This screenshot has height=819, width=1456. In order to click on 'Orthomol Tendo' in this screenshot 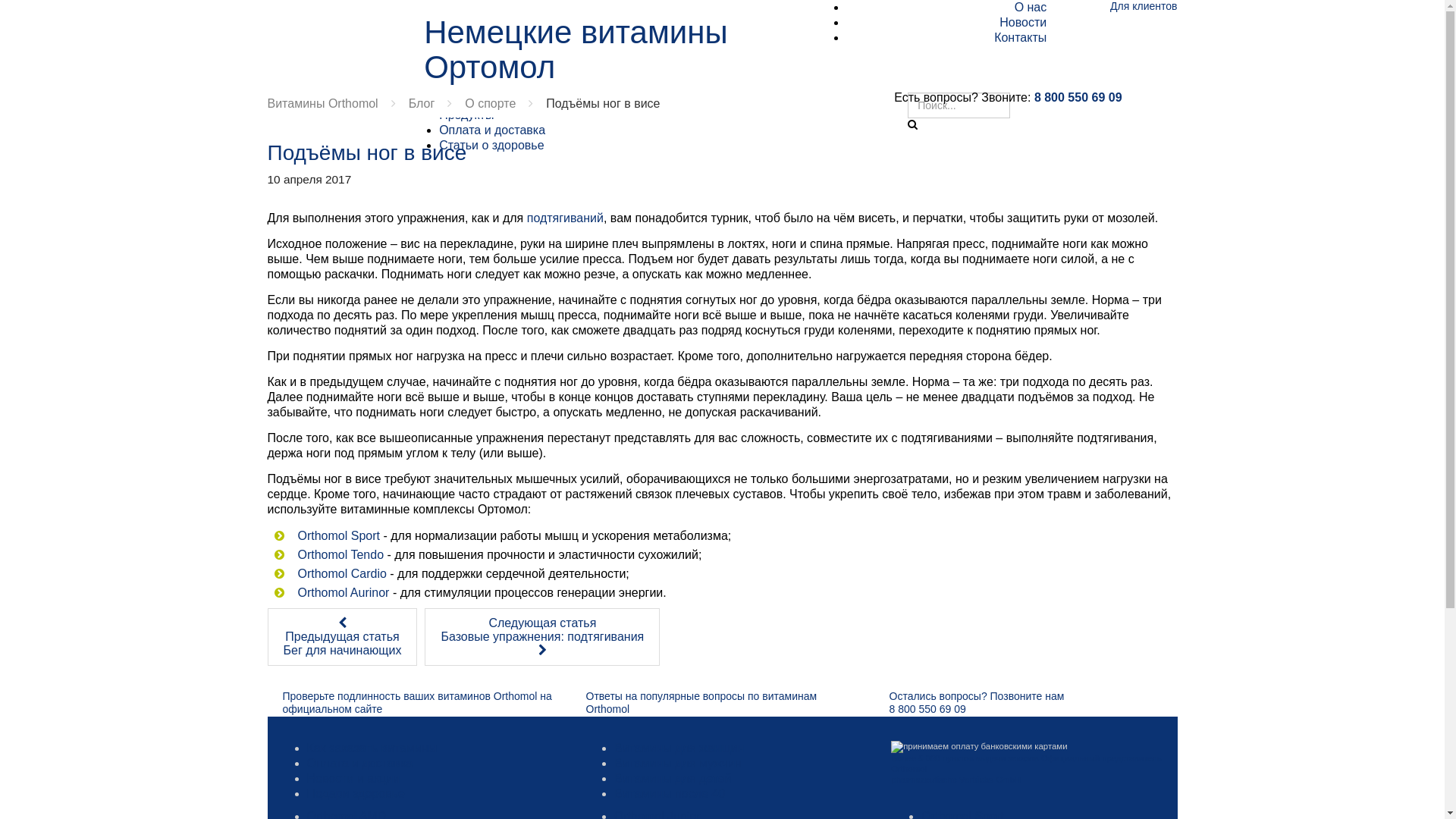, I will do `click(340, 554)`.